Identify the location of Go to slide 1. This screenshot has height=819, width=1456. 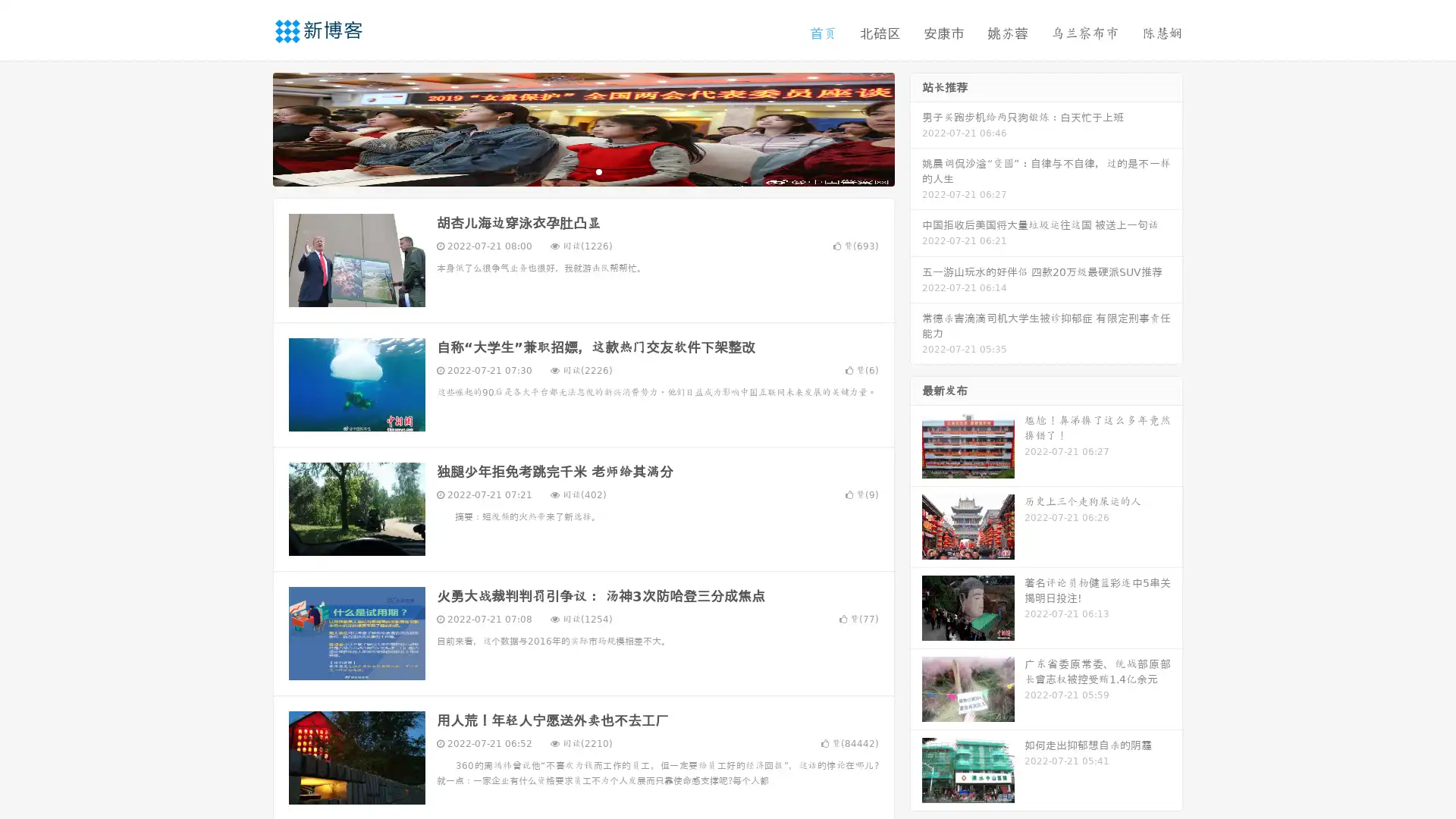
(567, 171).